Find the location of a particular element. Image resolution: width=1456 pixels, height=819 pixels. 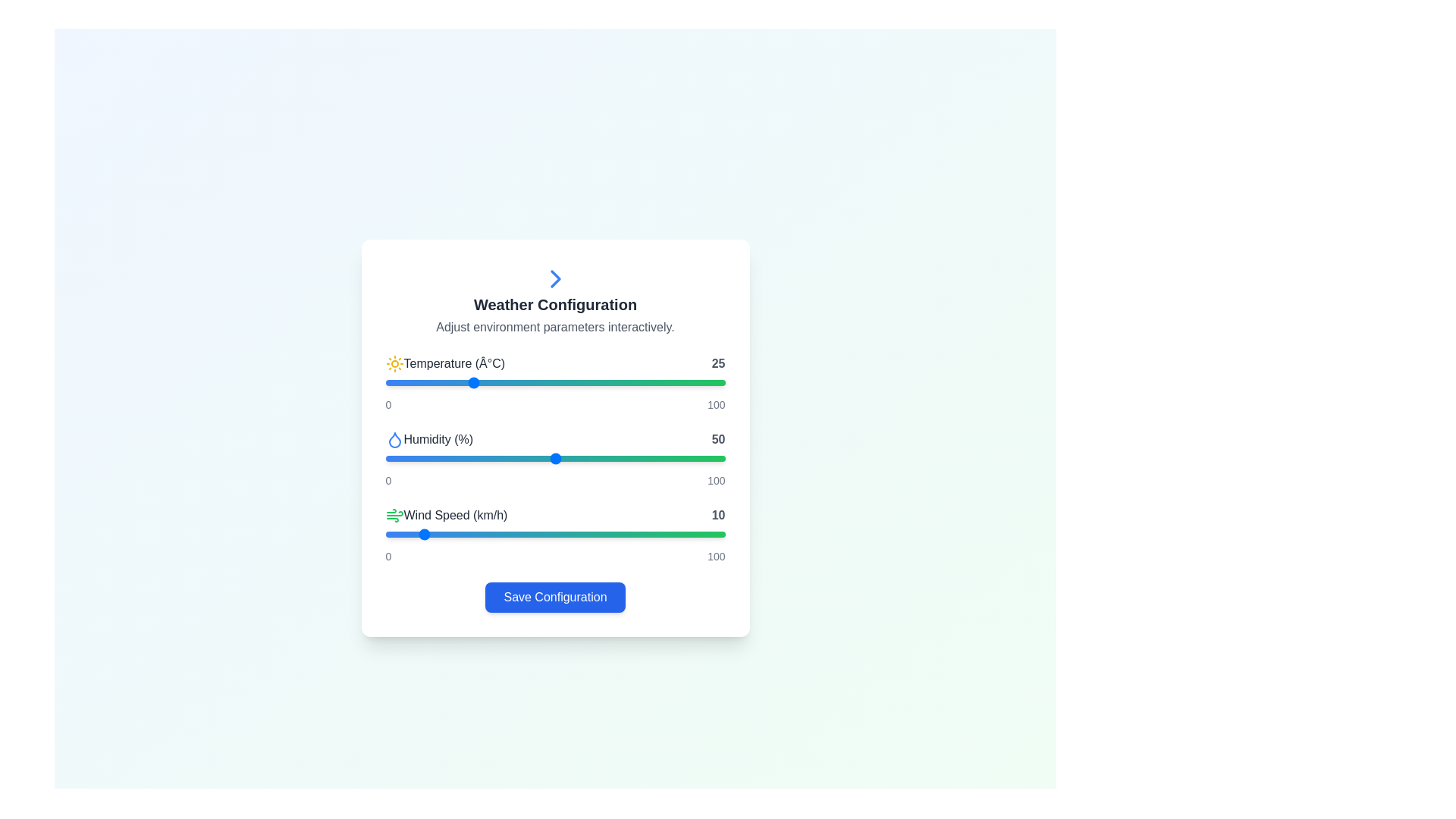

the slider value is located at coordinates (422, 458).